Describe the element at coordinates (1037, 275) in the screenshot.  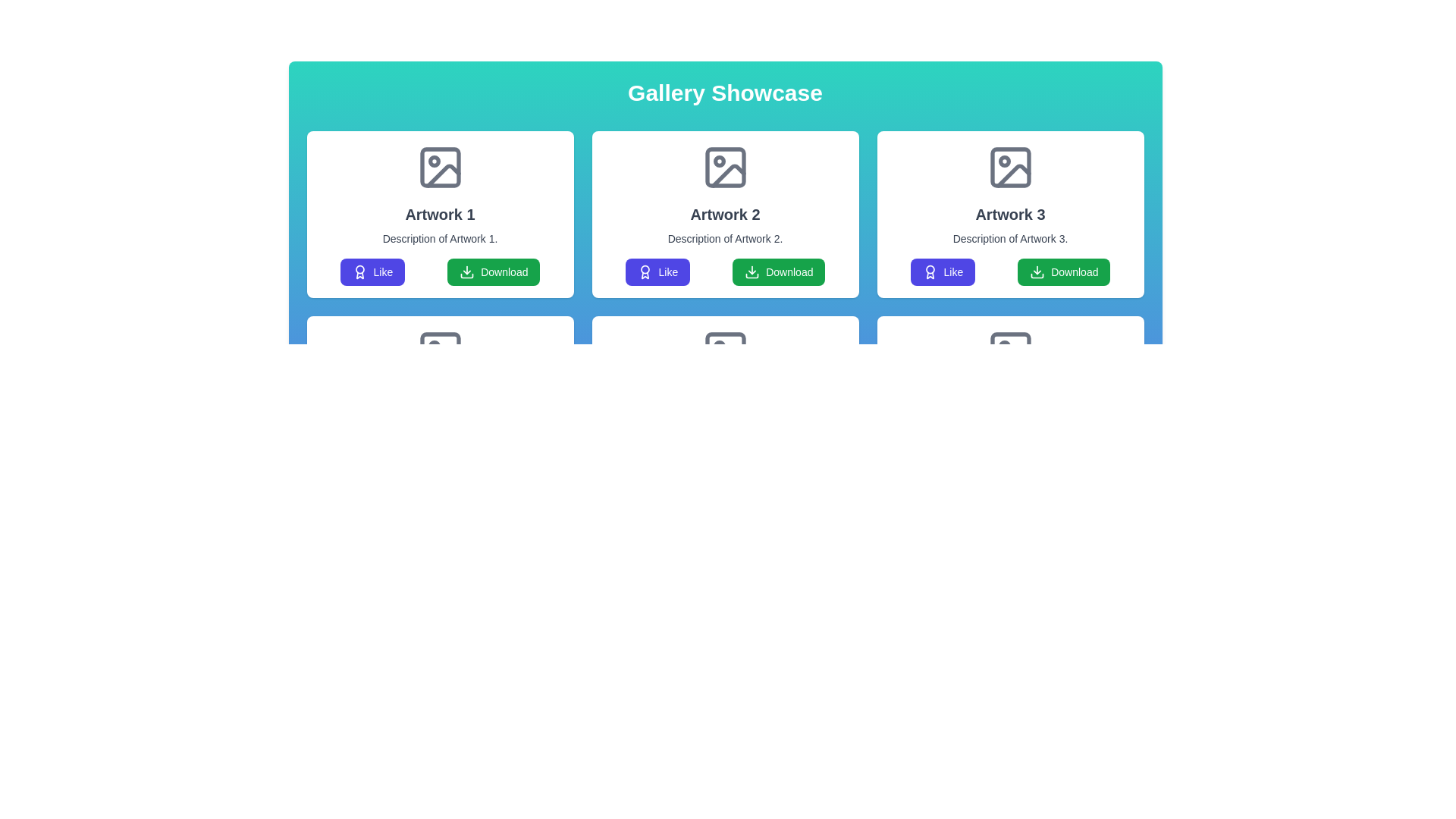
I see `the bottom part of the SVG icon within the 'Download' button under the 'Artwork 3' card` at that location.